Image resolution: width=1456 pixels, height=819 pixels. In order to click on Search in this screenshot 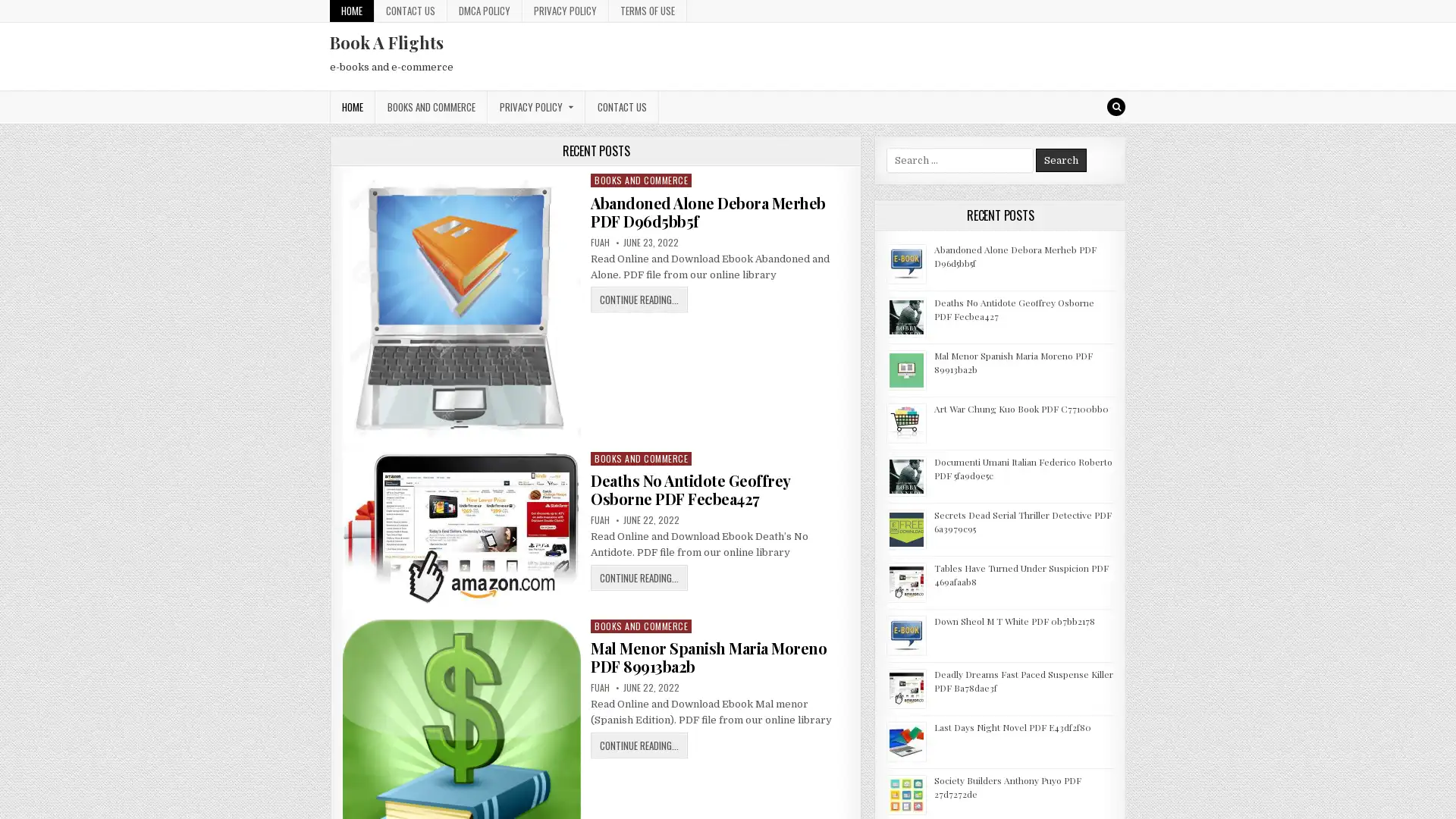, I will do `click(1060, 160)`.